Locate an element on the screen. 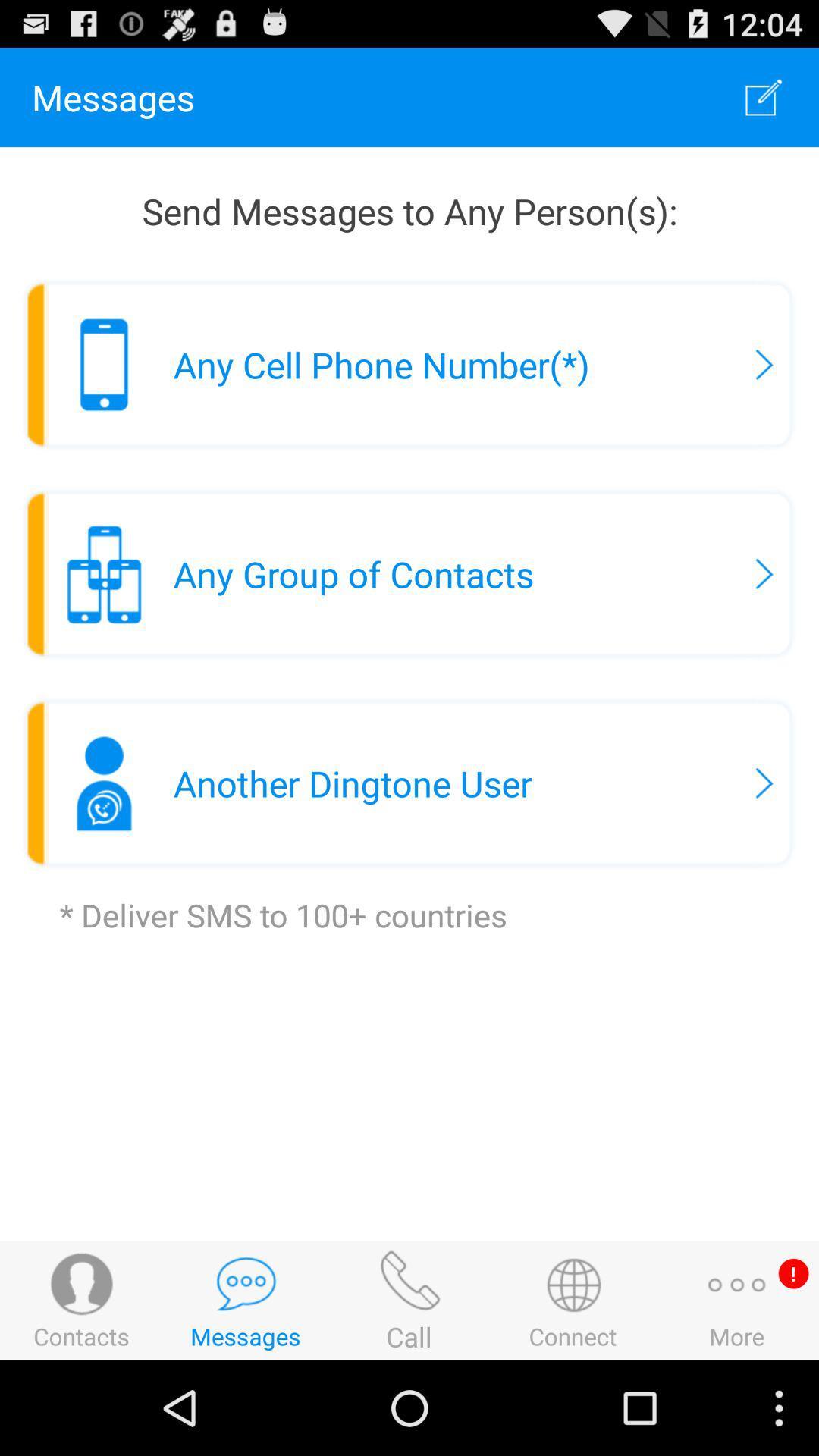 This screenshot has width=819, height=1456. the icon above send messages to item is located at coordinates (764, 96).